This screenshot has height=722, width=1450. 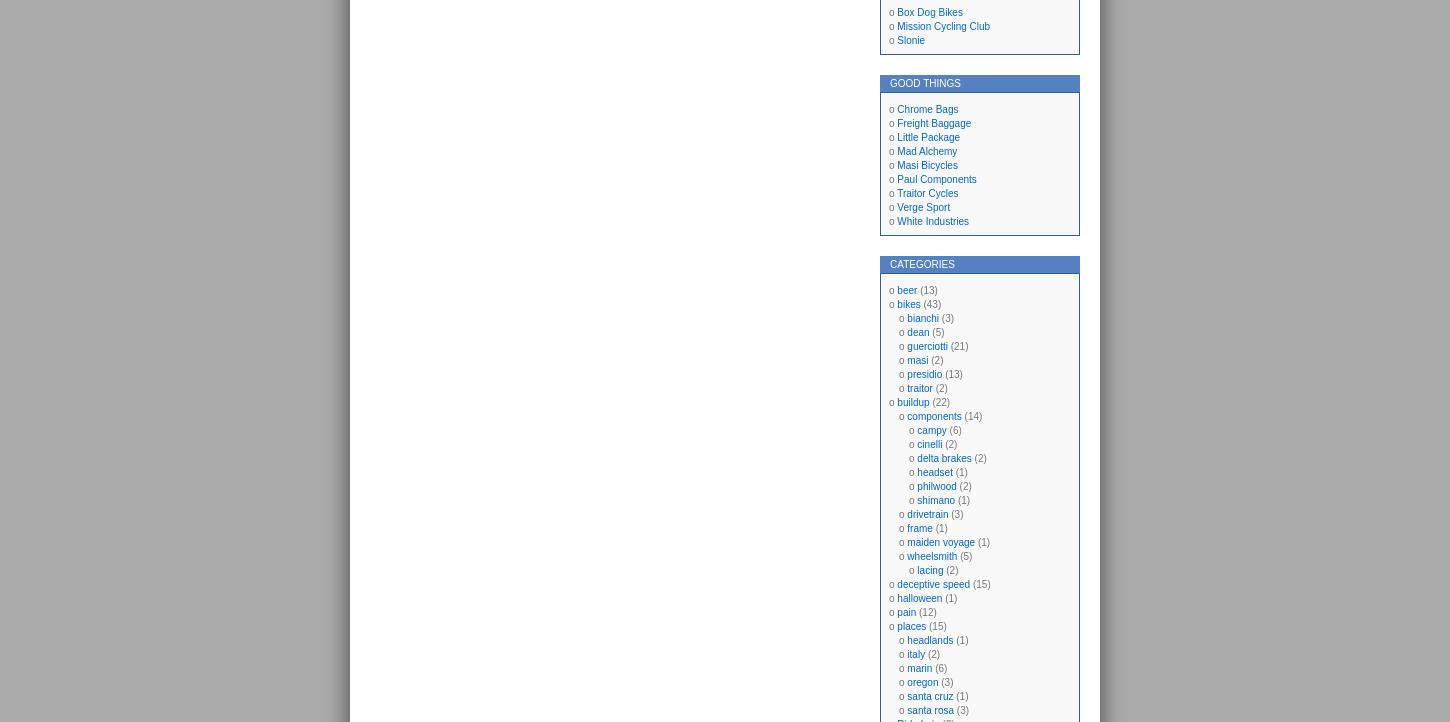 What do you see at coordinates (895, 179) in the screenshot?
I see `'Paul Components'` at bounding box center [895, 179].